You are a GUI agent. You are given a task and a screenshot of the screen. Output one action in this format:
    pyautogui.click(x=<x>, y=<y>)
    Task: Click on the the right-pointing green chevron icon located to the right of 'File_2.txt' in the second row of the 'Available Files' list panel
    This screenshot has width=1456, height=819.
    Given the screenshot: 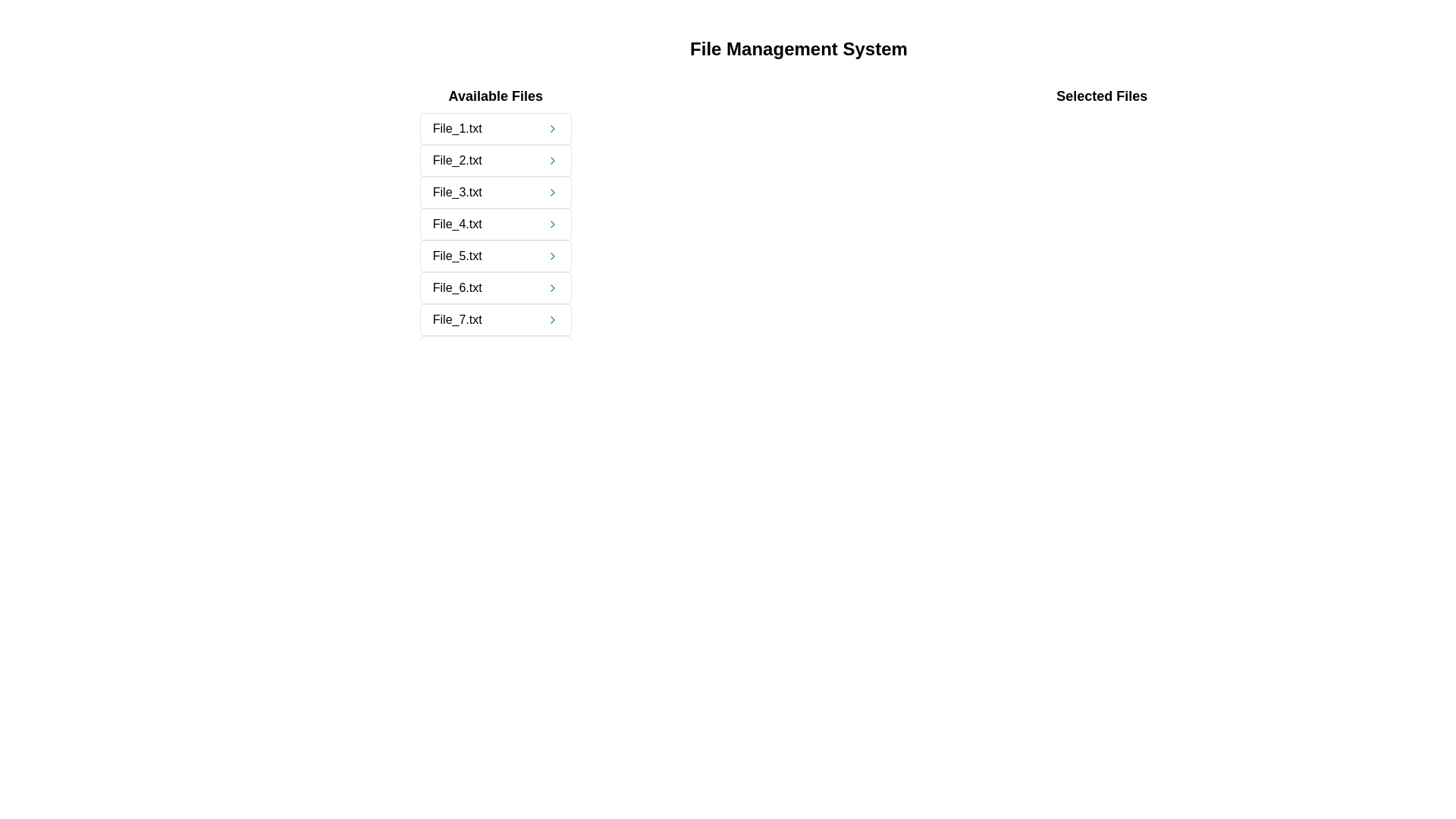 What is the action you would take?
    pyautogui.click(x=551, y=161)
    